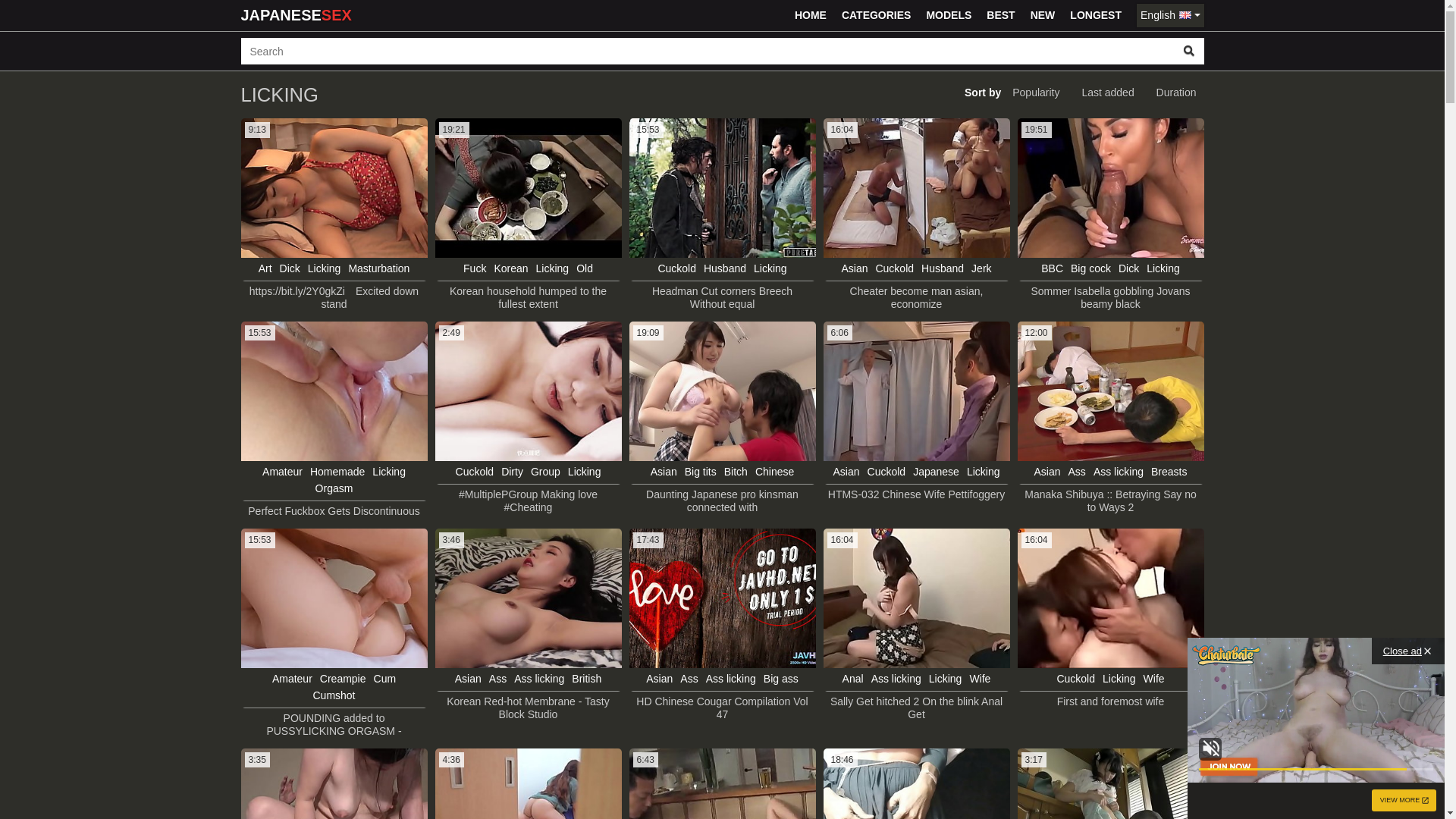 The image size is (1456, 819). I want to click on 'Homemade', so click(337, 470).